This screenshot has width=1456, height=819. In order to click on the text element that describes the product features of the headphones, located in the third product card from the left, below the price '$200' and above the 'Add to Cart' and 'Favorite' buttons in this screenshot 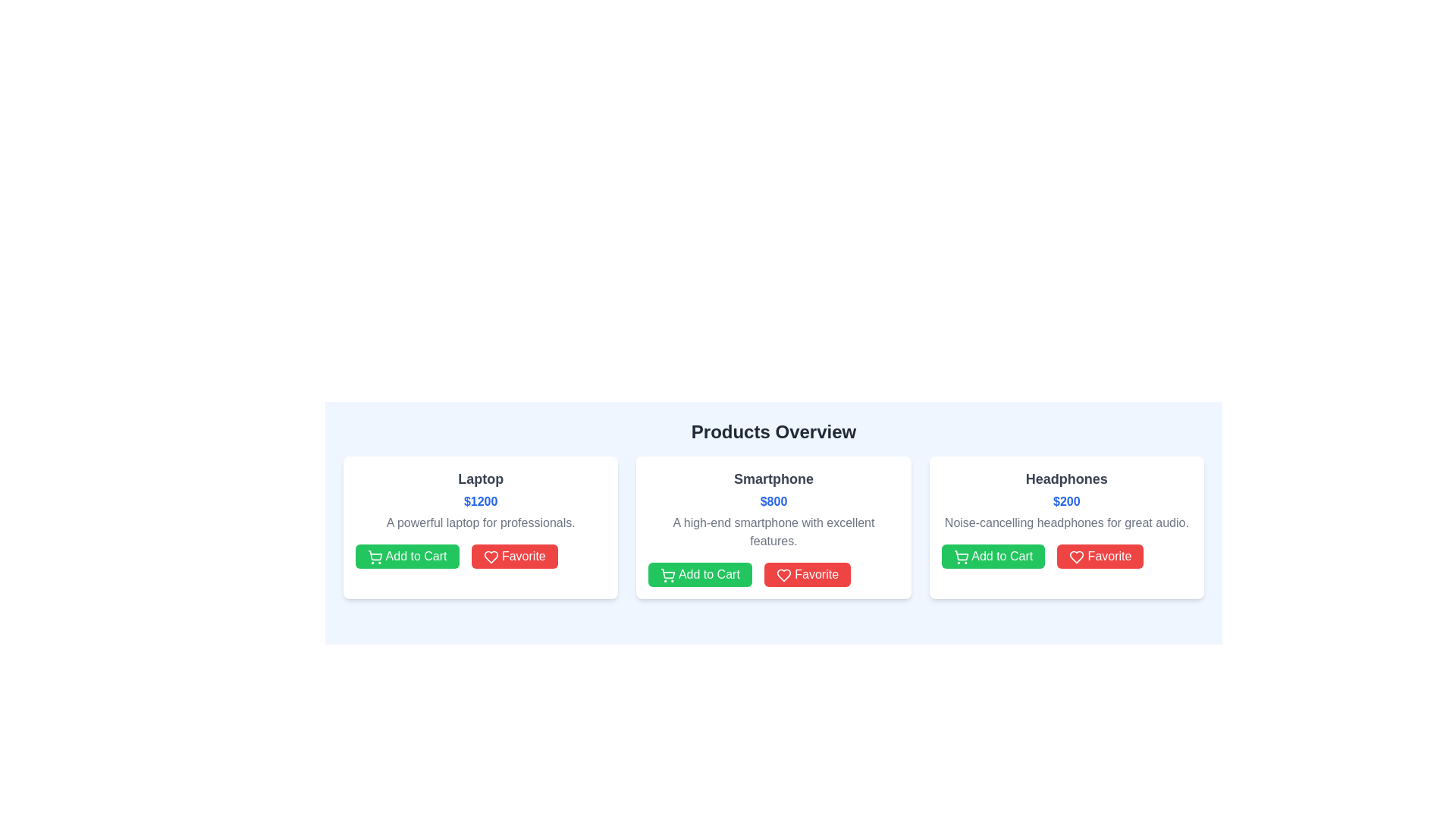, I will do `click(1065, 522)`.